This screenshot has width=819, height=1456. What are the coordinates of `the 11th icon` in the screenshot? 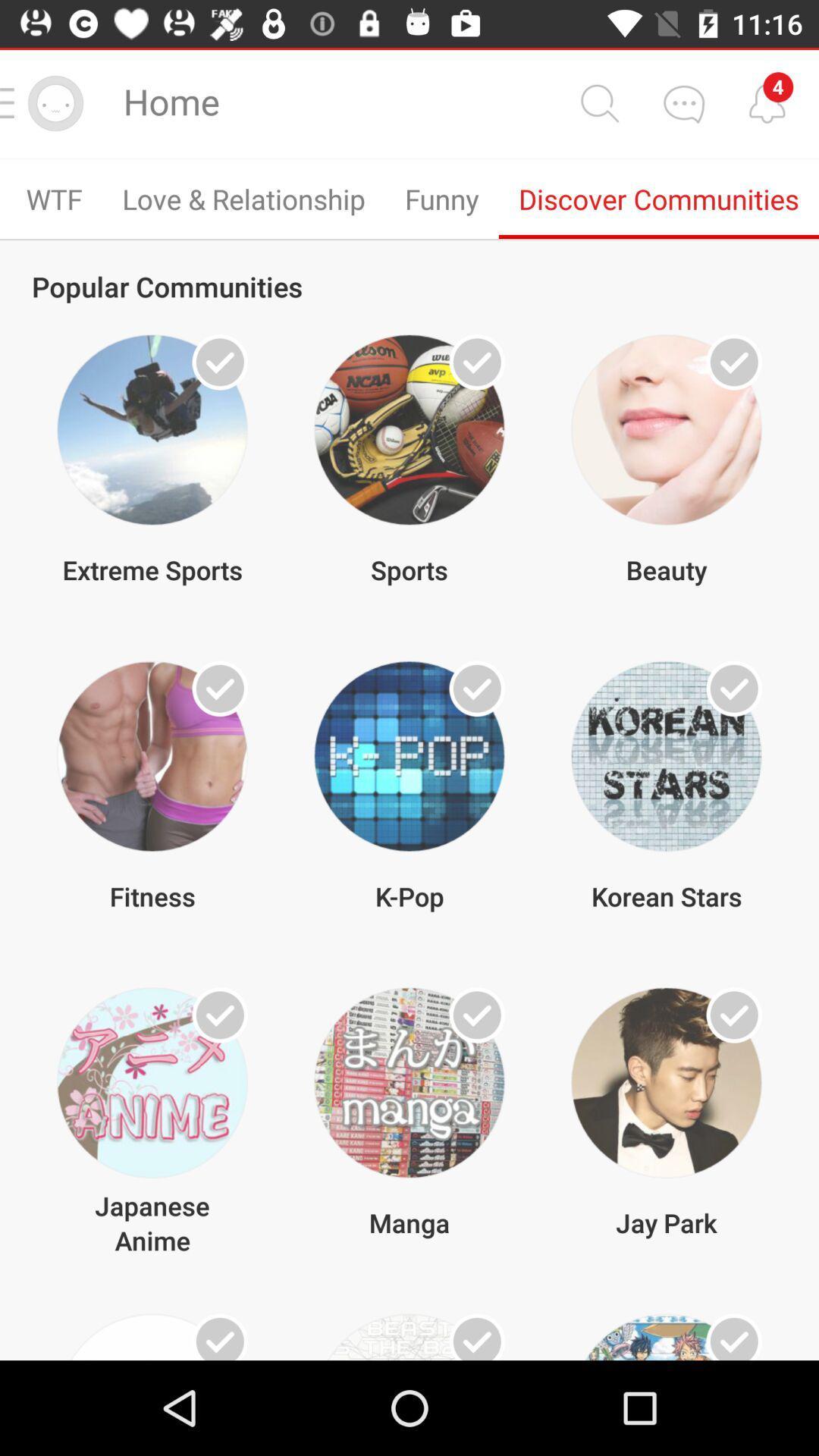 It's located at (409, 1337).